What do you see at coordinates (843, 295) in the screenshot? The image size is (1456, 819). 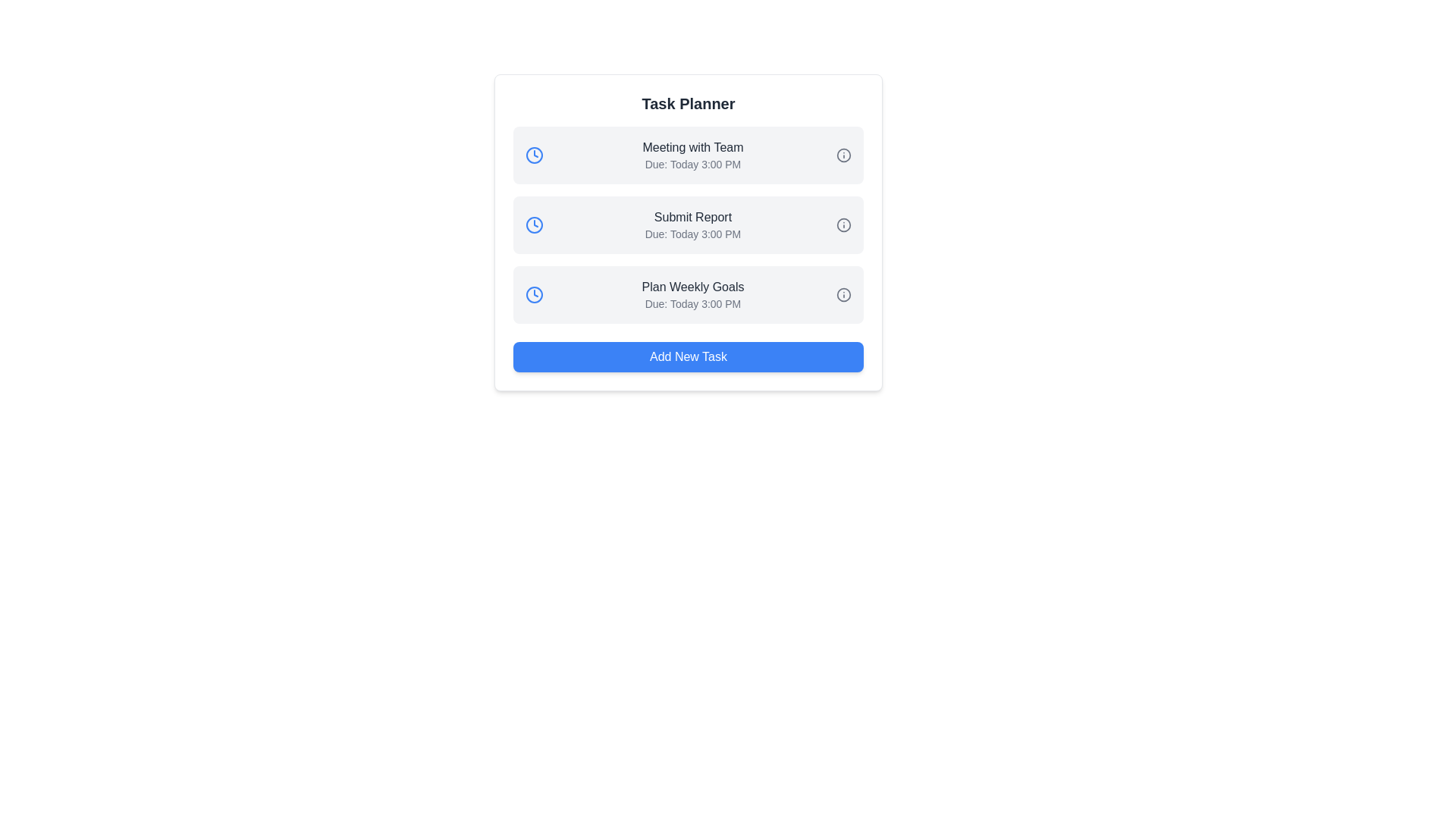 I see `the circular graphical element located on the right side of the 'Plan Weekly Goals' task item in the third task entry of the task list` at bounding box center [843, 295].